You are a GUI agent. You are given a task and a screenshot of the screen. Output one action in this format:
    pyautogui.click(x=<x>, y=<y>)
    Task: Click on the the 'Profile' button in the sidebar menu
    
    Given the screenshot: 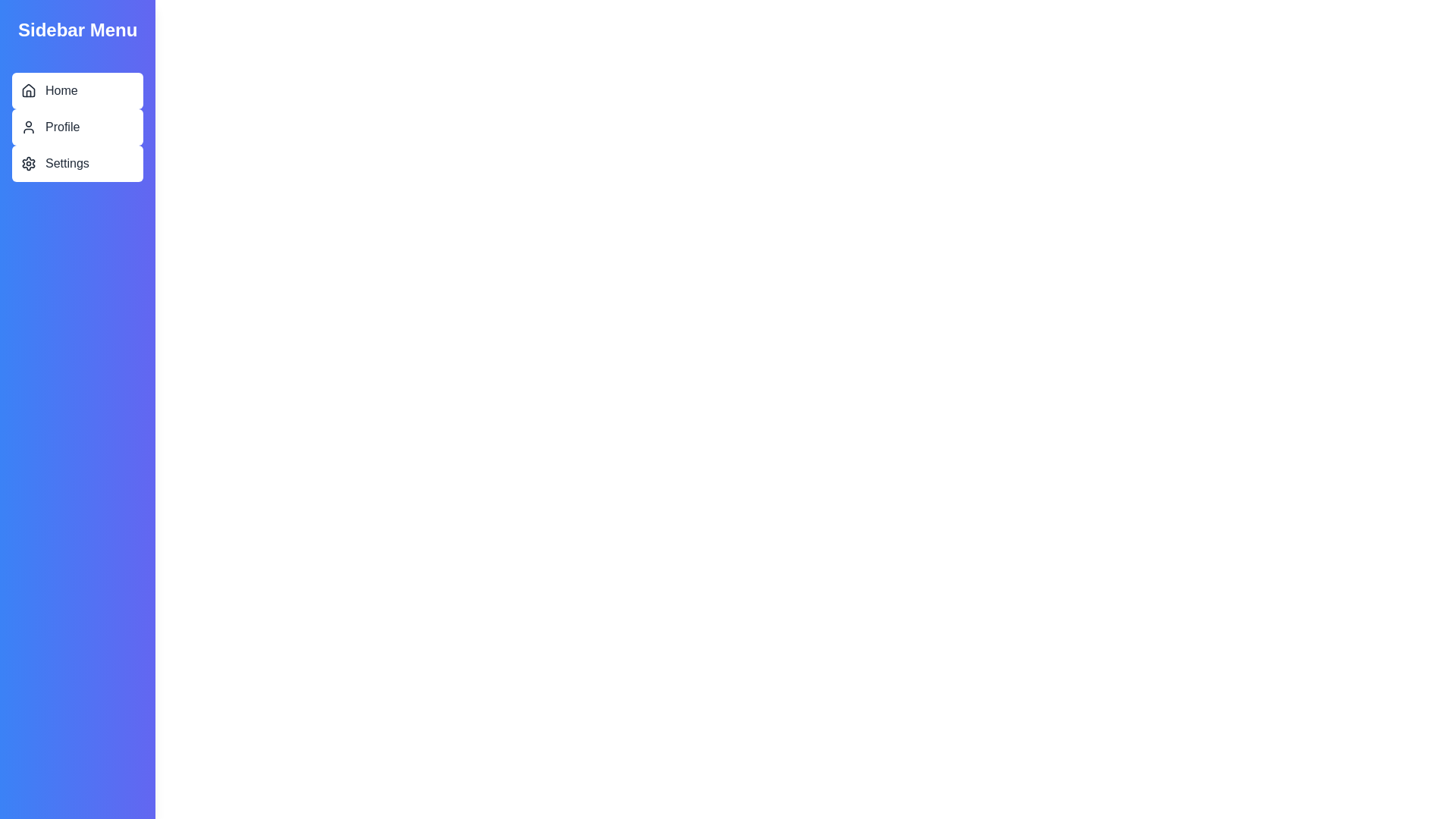 What is the action you would take?
    pyautogui.click(x=77, y=127)
    